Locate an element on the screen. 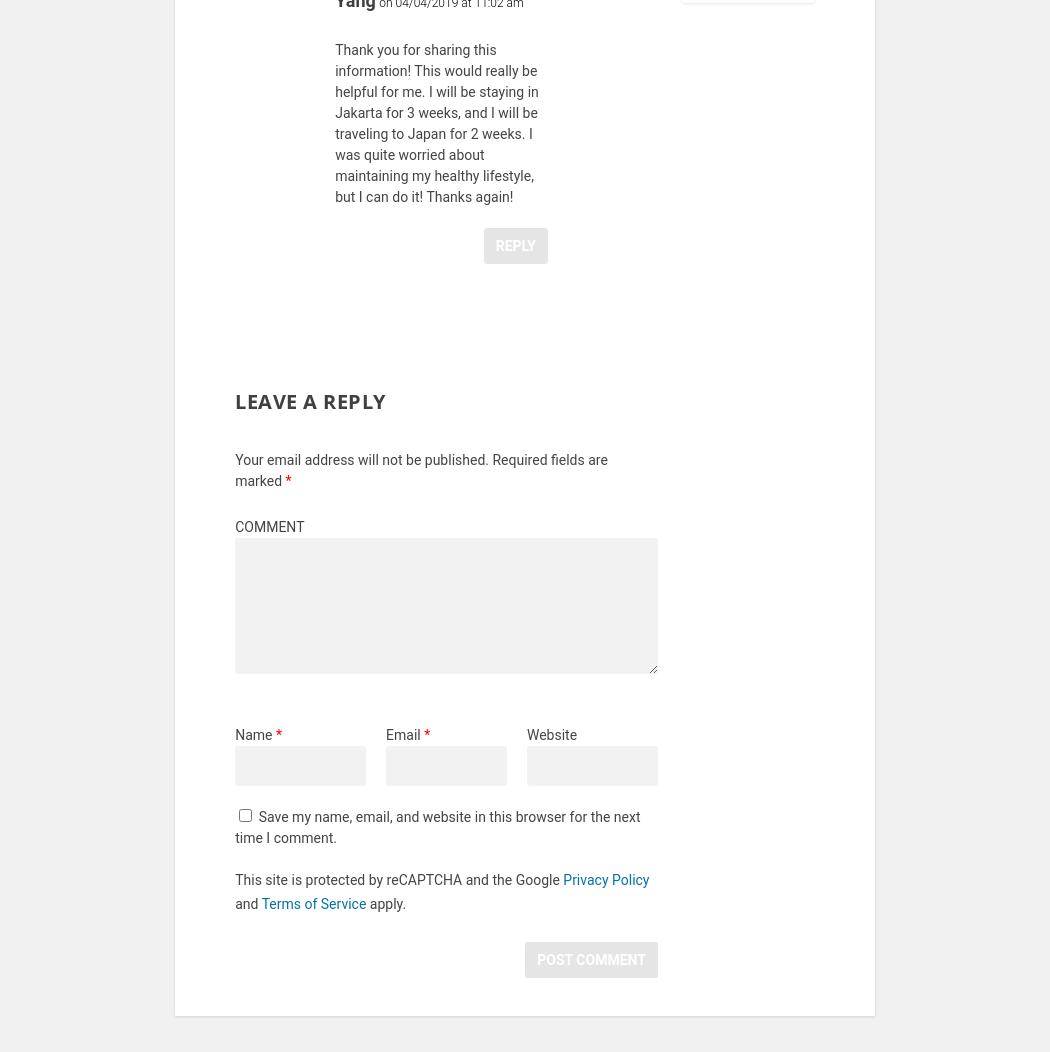 The image size is (1050, 1052). 'Required fields are marked' is located at coordinates (420, 482).